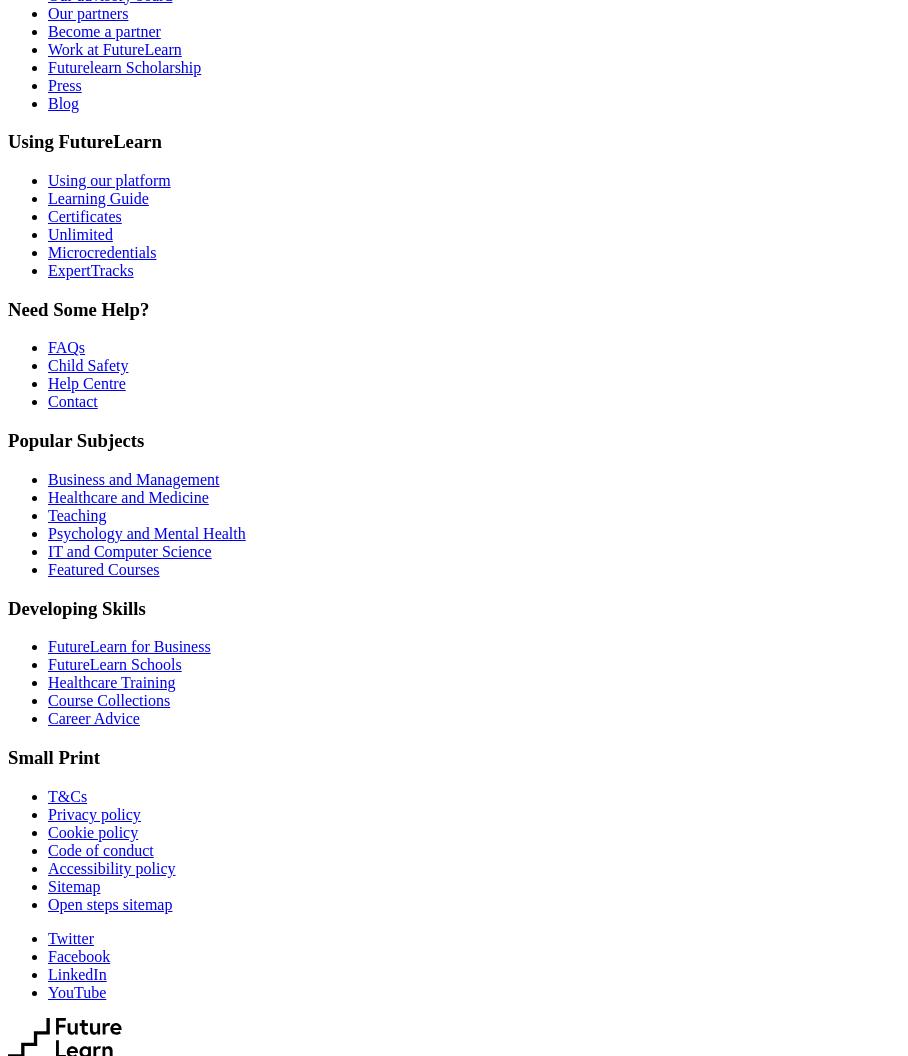  Describe the element at coordinates (48, 849) in the screenshot. I see `'Code of conduct'` at that location.